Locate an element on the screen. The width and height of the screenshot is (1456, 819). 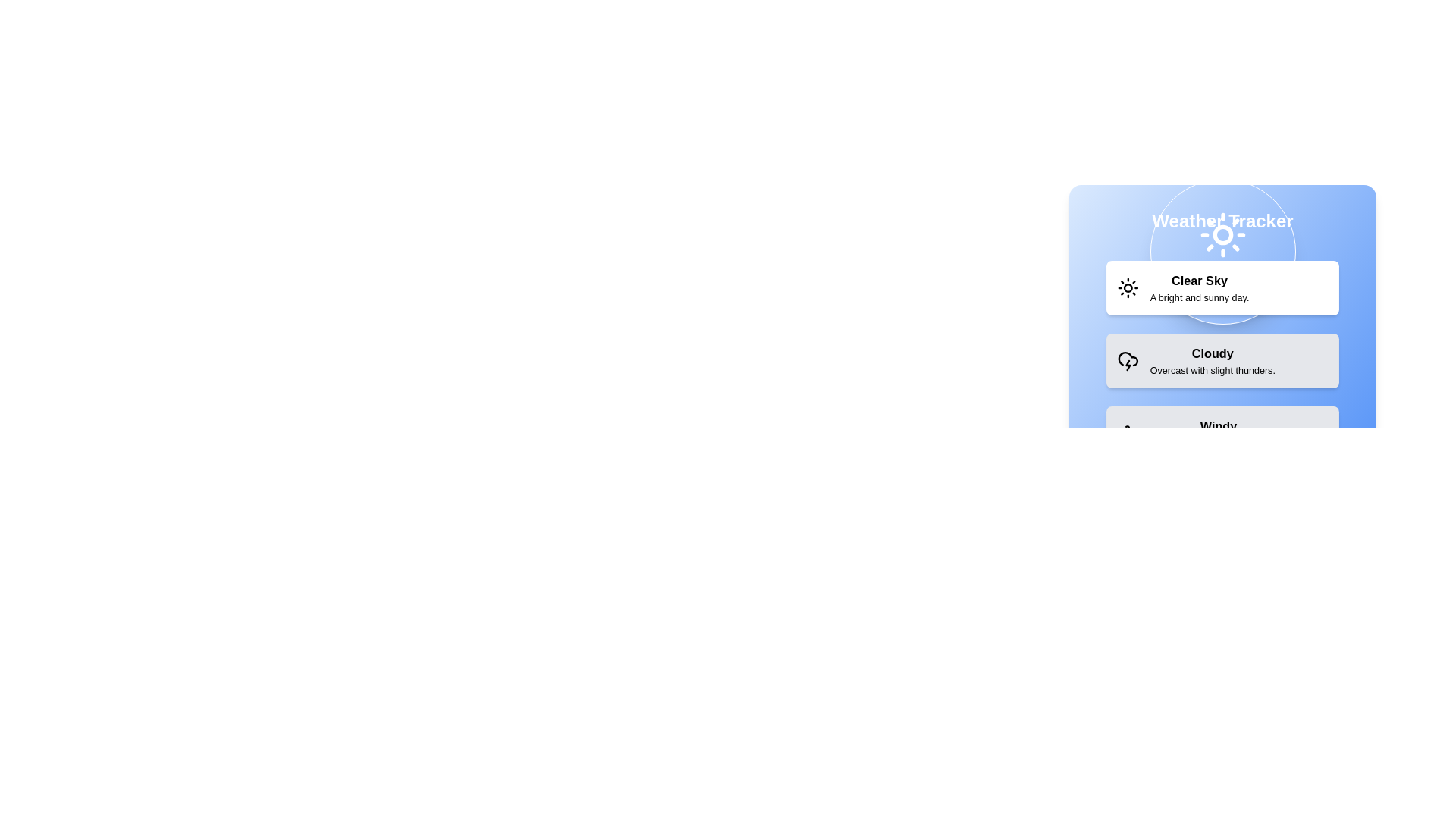
the weather condition text display that shows 'Clear Sky' and a description of 'A bright and sunny day', which is centrally located in a white rounded rectangle within a card-like layout is located at coordinates (1199, 288).